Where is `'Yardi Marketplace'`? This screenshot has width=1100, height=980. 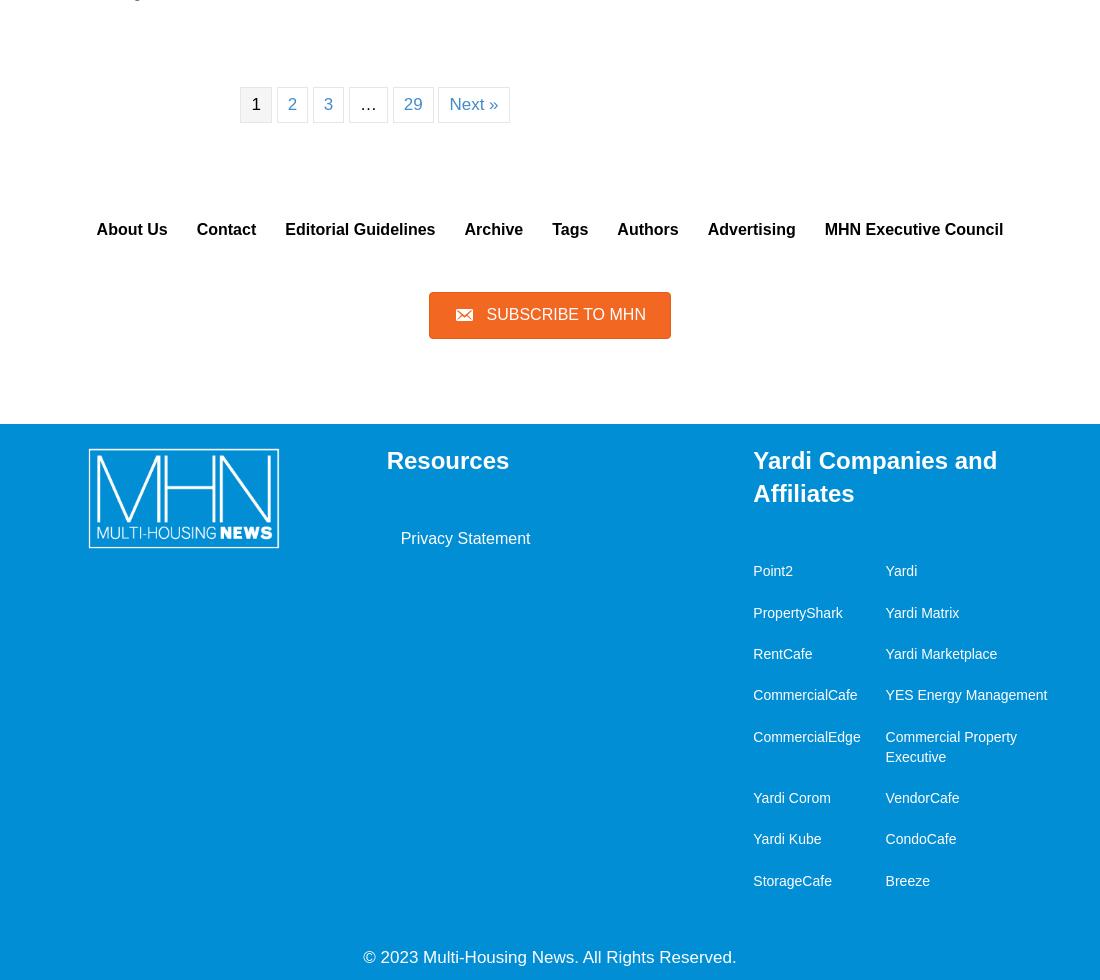
'Yardi Marketplace' is located at coordinates (883, 652).